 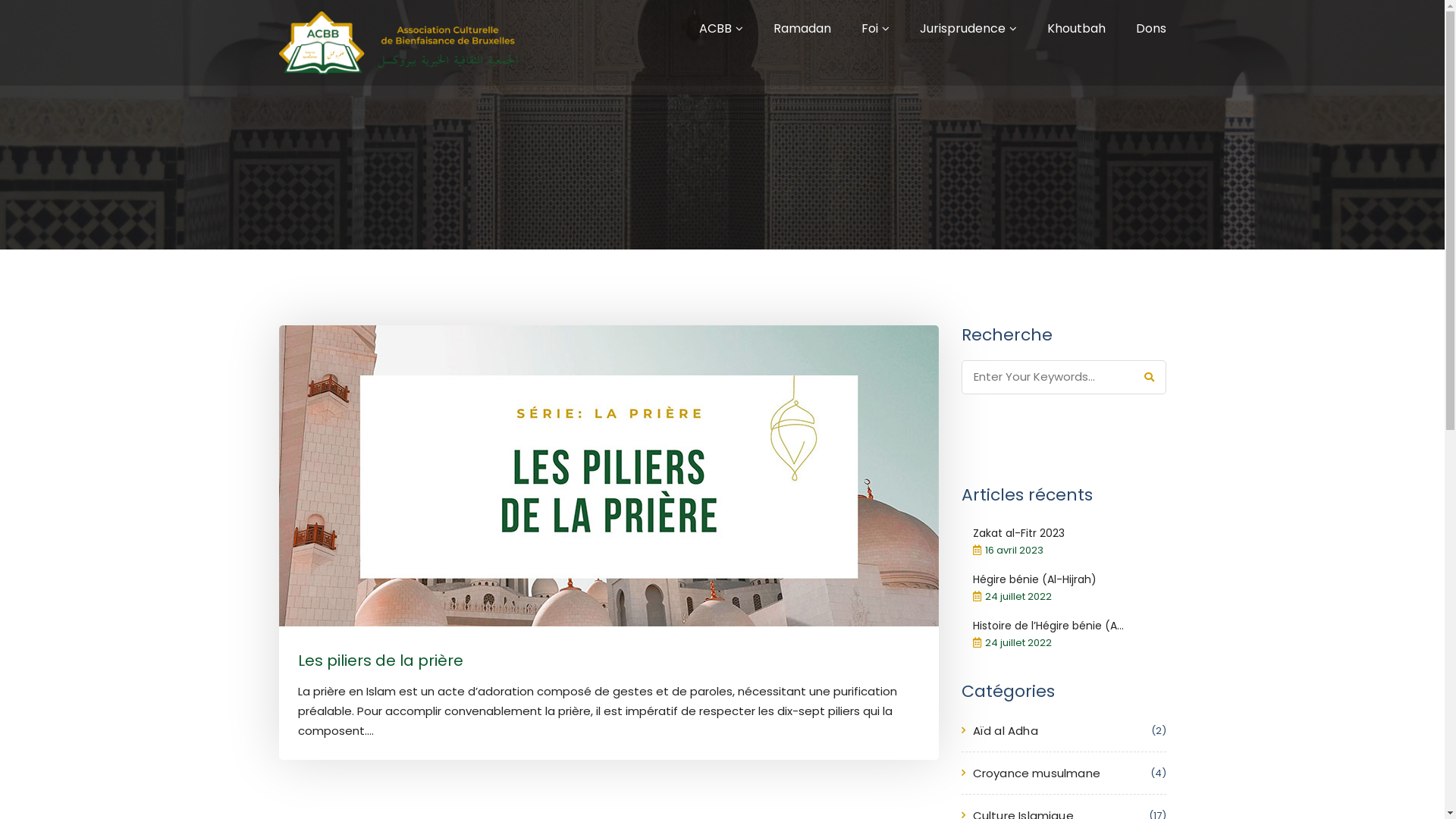 What do you see at coordinates (1075, 28) in the screenshot?
I see `'Khoutbah'` at bounding box center [1075, 28].